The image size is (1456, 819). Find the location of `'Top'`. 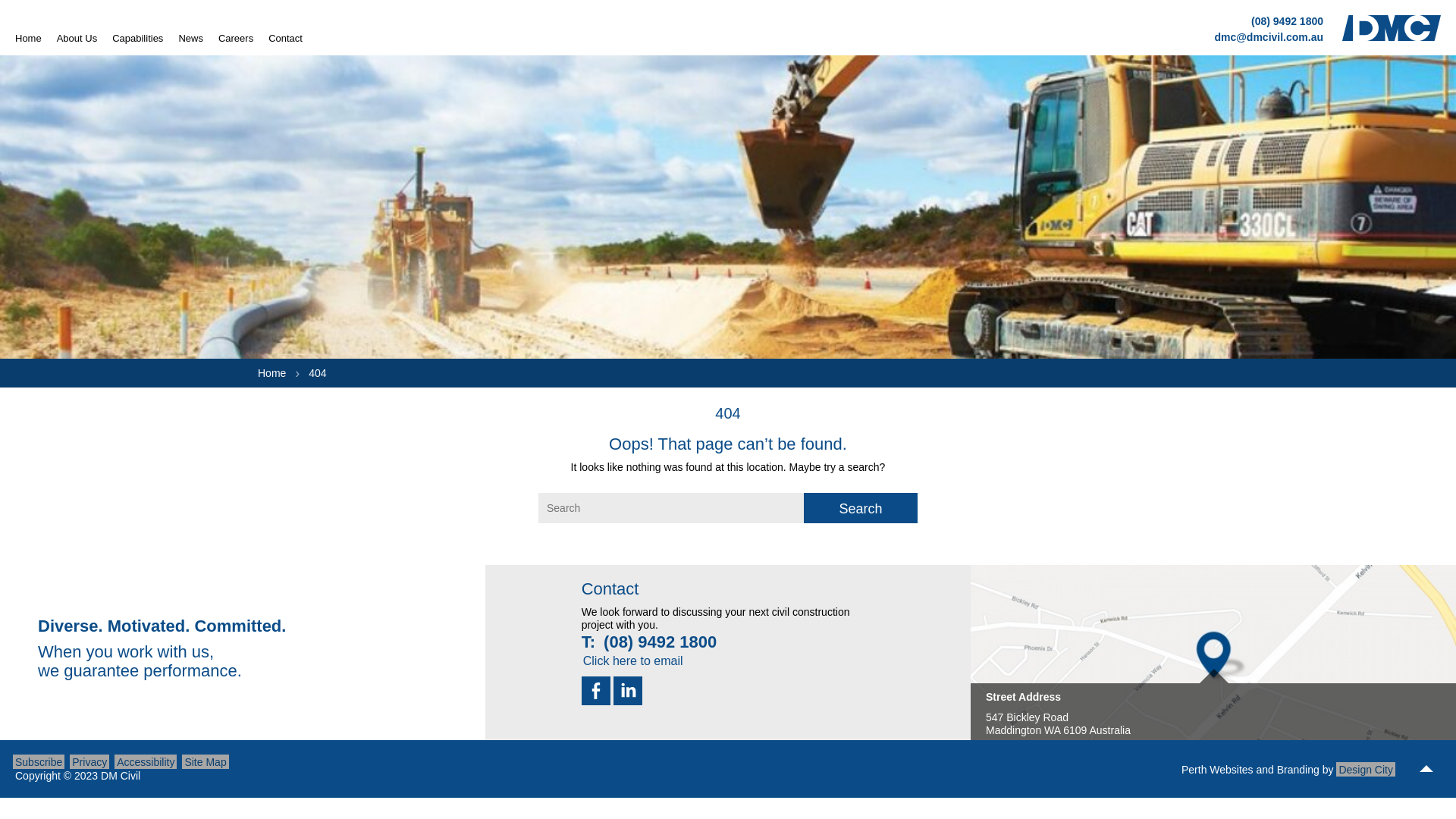

'Top' is located at coordinates (1426, 769).